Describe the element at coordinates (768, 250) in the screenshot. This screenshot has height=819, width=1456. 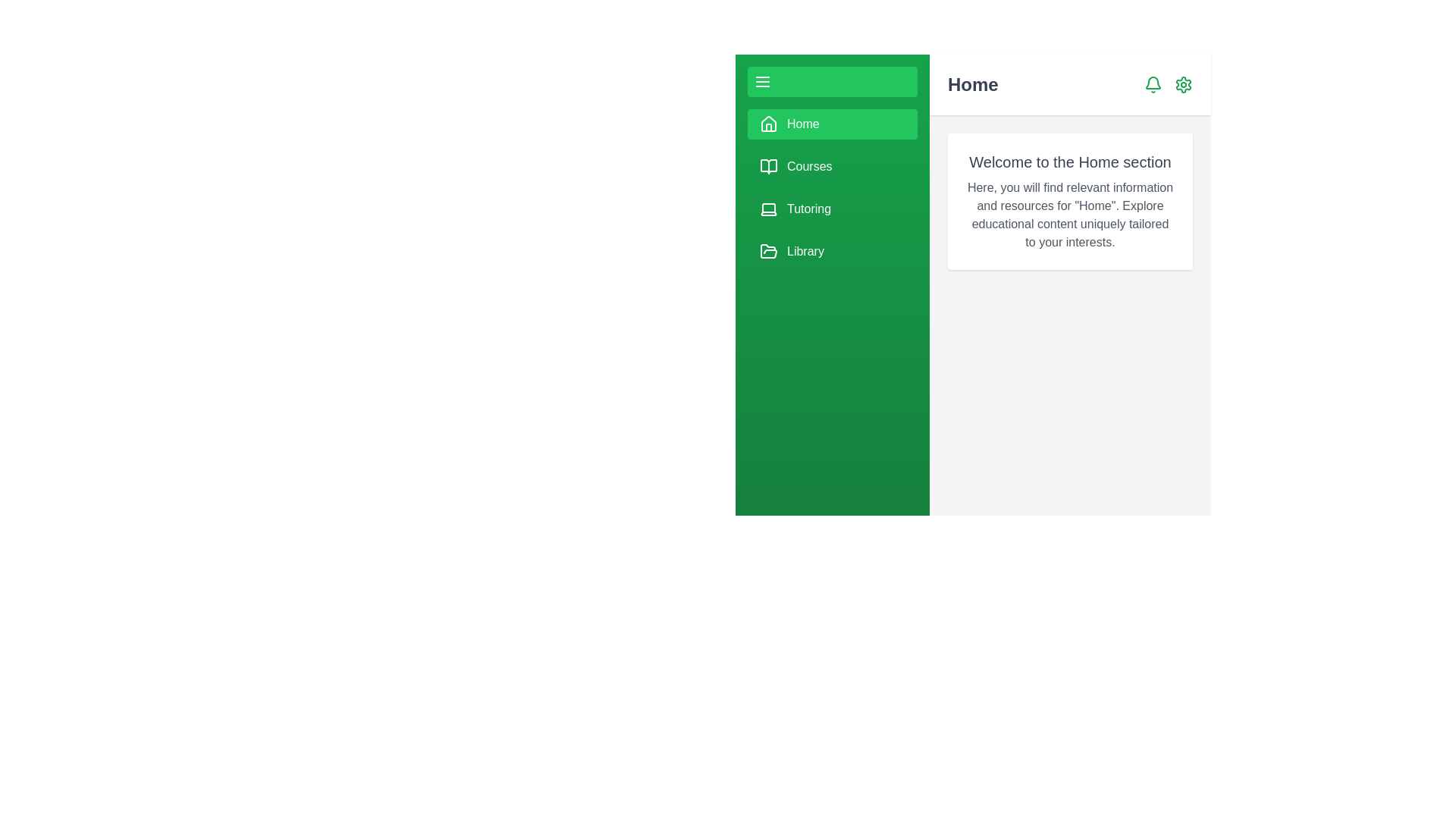
I see `the SVG graphic element resembling an abstract folder icon located in the interactive menu to the right of the sidebar` at that location.